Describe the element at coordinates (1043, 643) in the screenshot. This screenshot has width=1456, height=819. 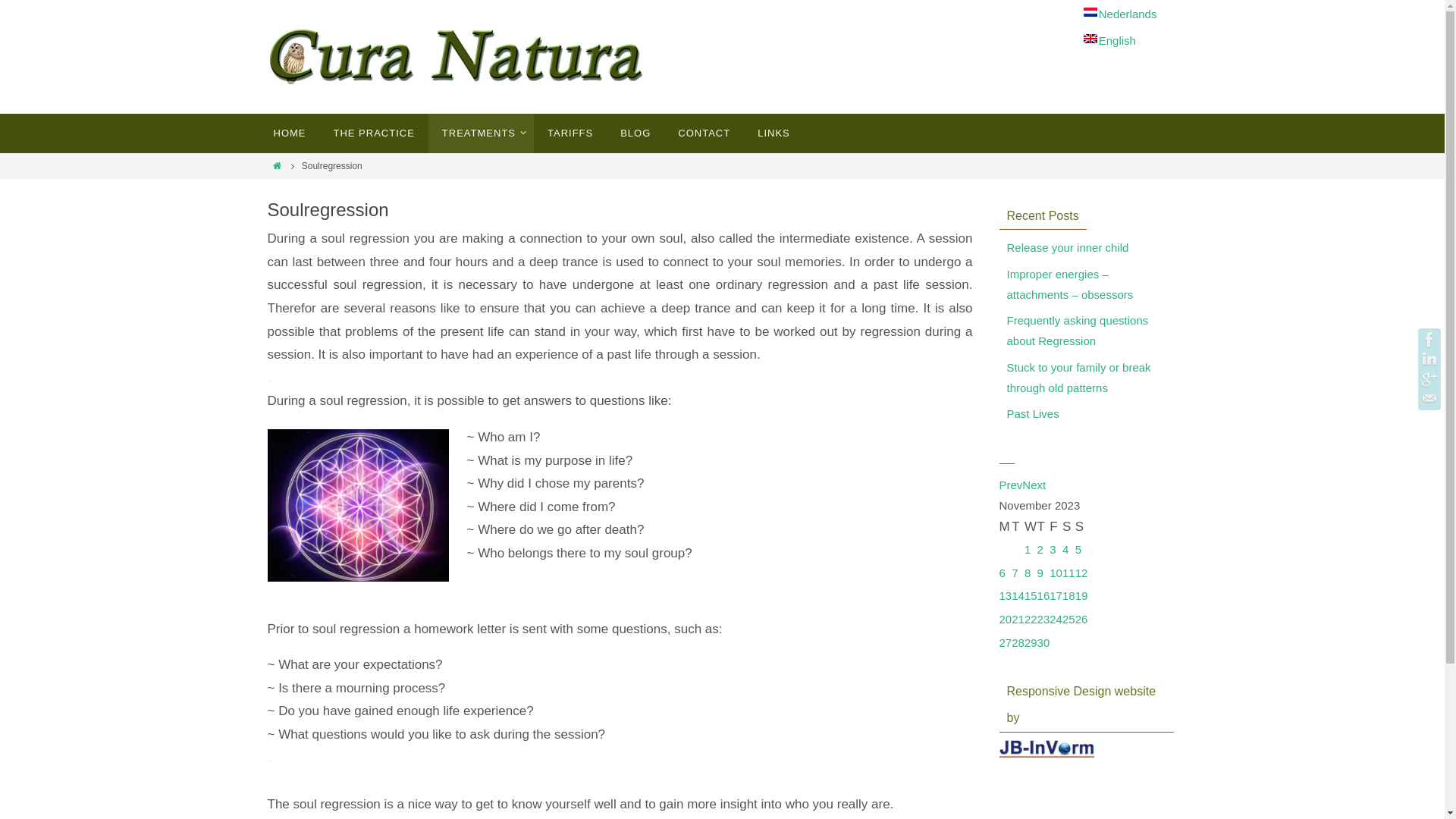
I see `'30'` at that location.